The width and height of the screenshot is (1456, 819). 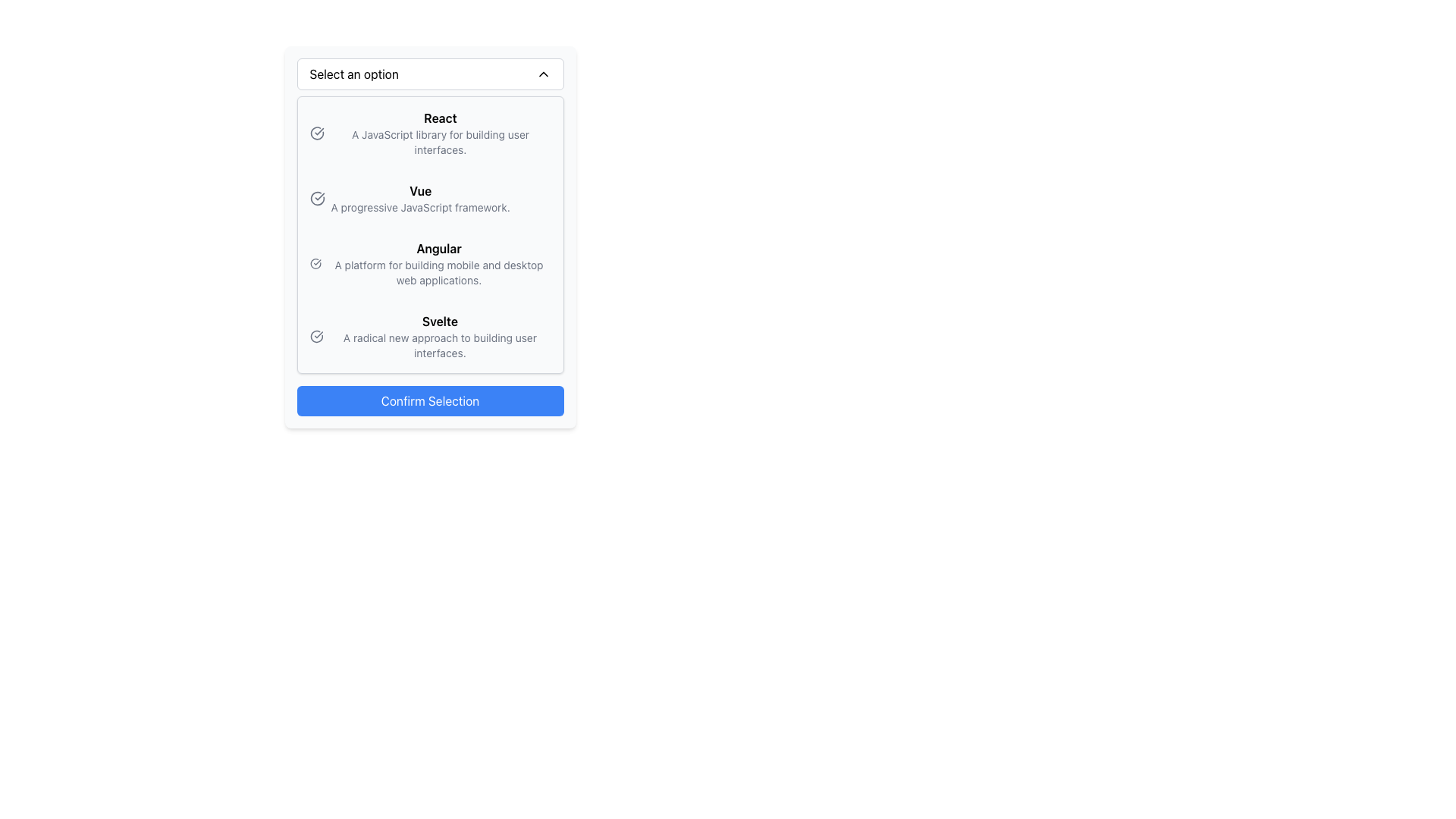 What do you see at coordinates (420, 207) in the screenshot?
I see `the text label displaying 'A progressive JavaScript framework.' which is located below the header 'Vue'` at bounding box center [420, 207].